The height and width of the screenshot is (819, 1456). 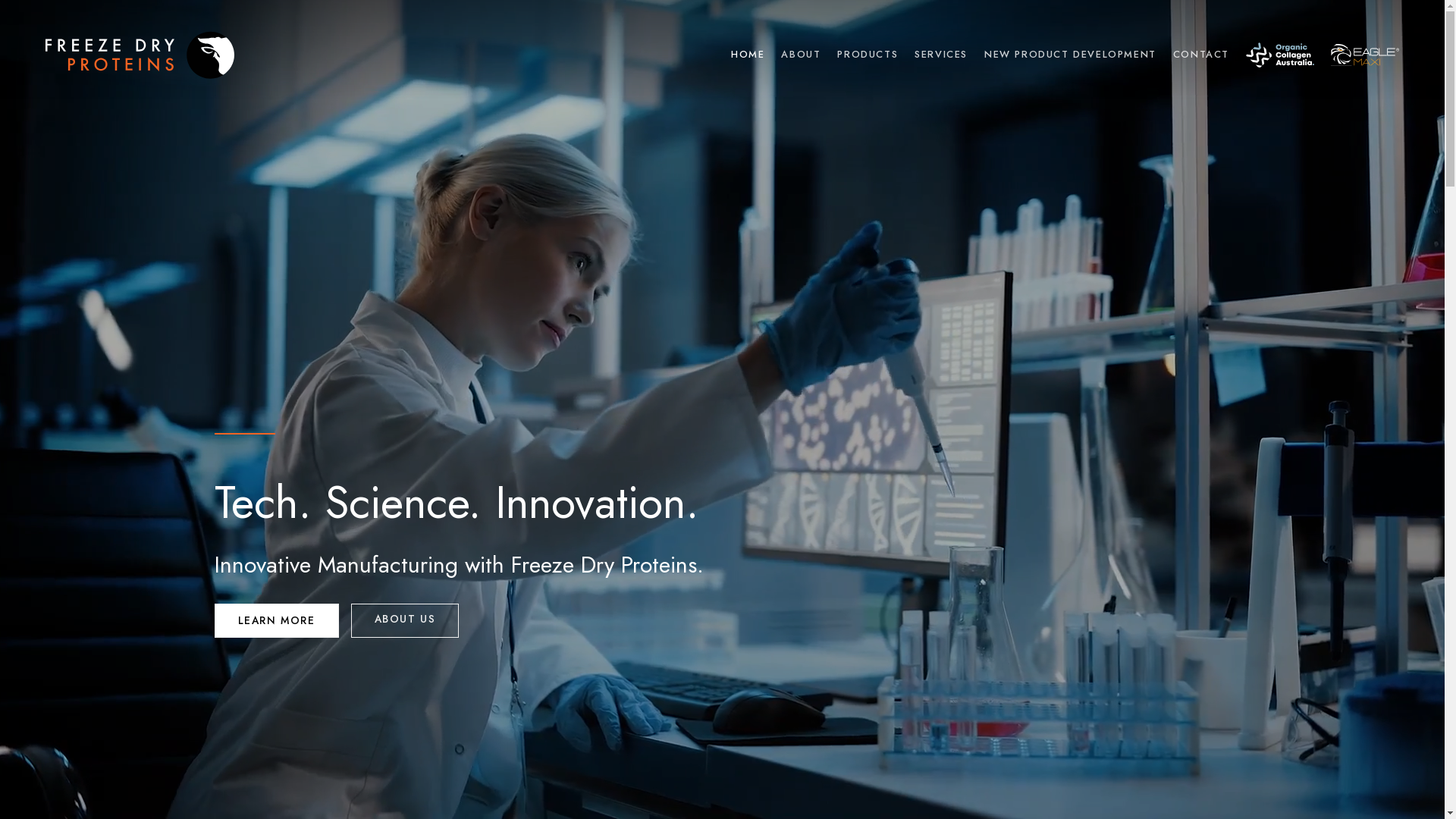 What do you see at coordinates (867, 54) in the screenshot?
I see `'PRODUCTS'` at bounding box center [867, 54].